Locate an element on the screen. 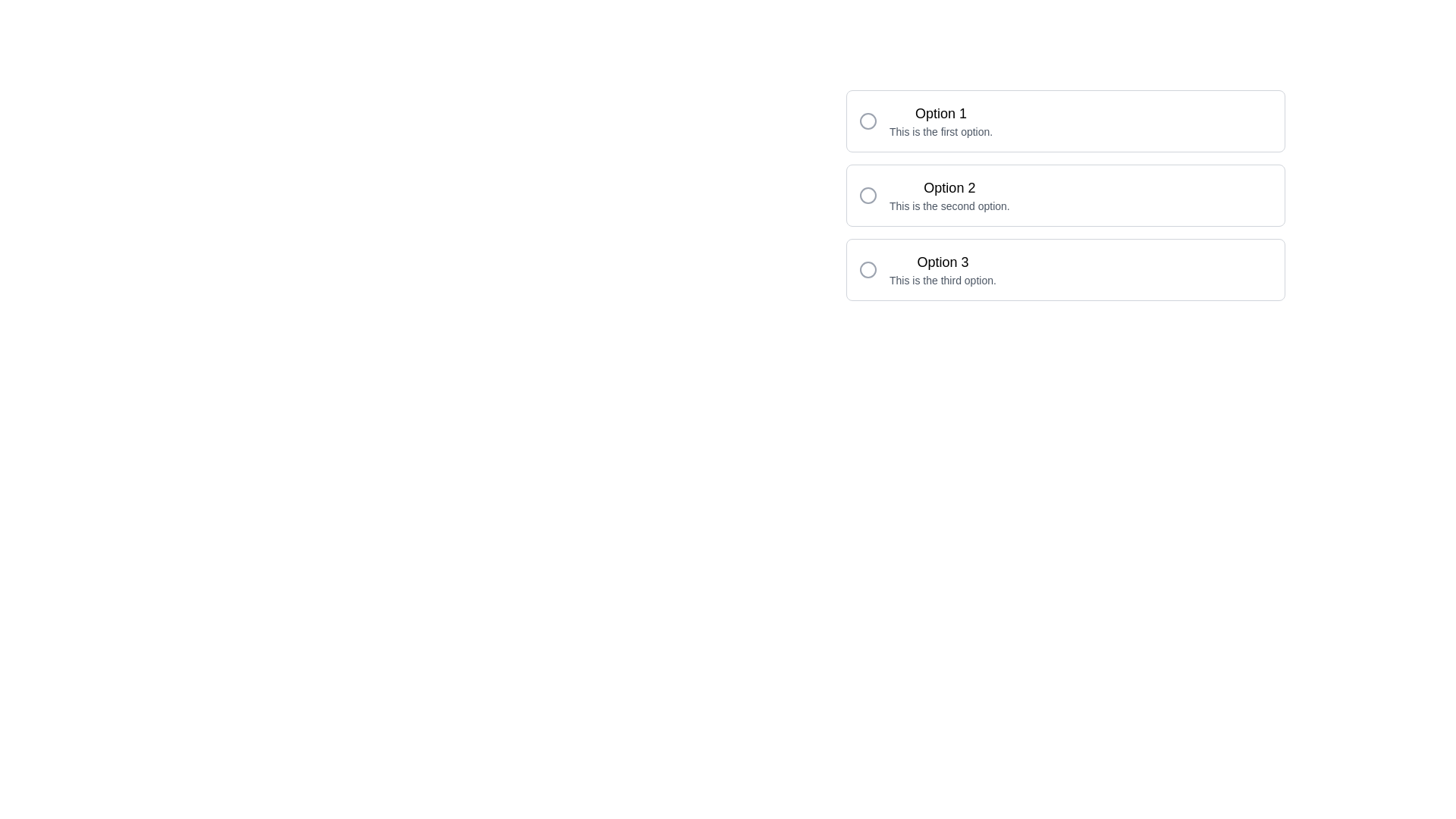  the selectable card representing 'Option 3' to emphasize its selection in the vertical list of options is located at coordinates (1065, 268).